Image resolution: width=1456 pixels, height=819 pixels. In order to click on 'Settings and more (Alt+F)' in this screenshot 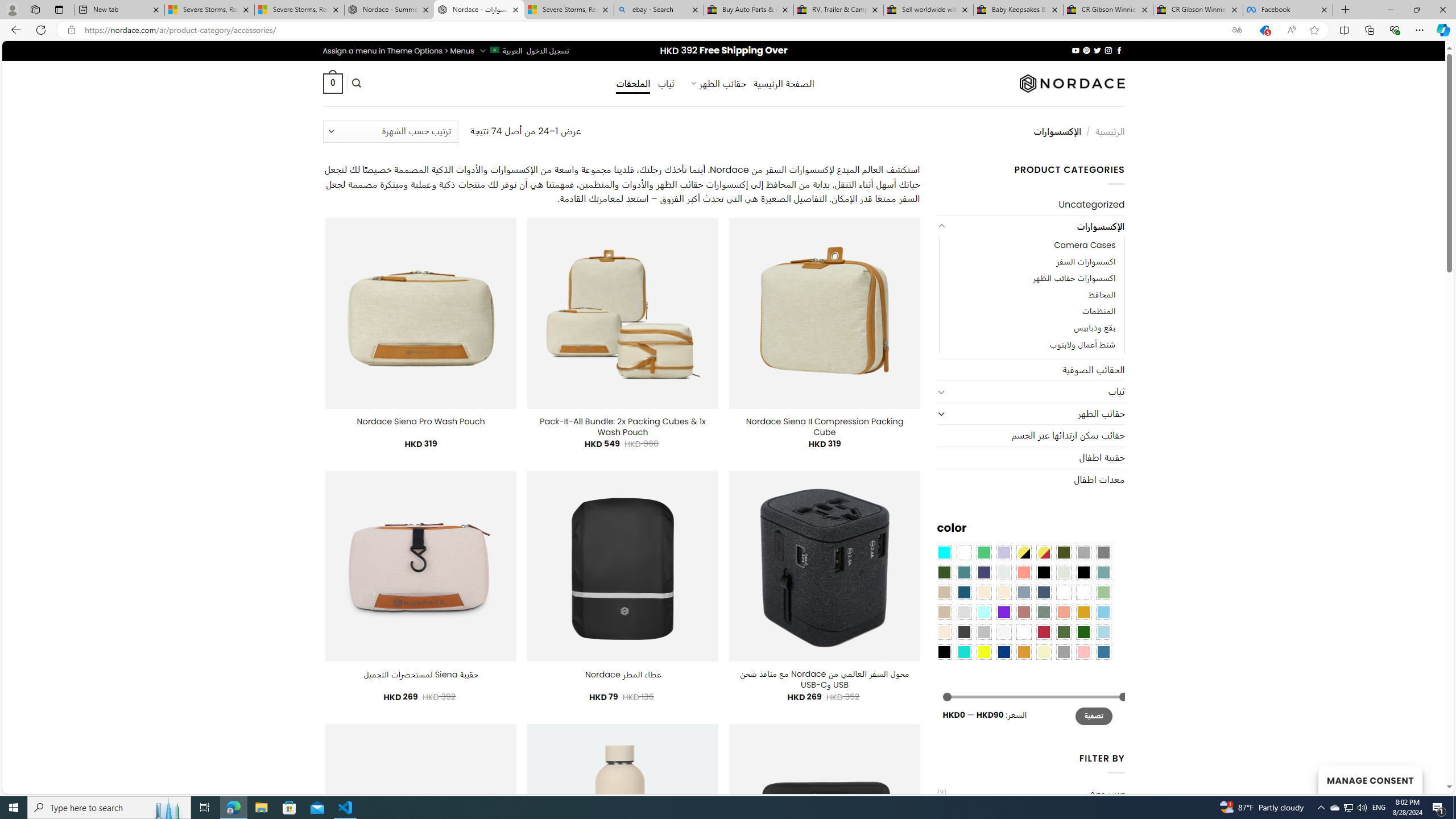, I will do `click(1419, 29)`.